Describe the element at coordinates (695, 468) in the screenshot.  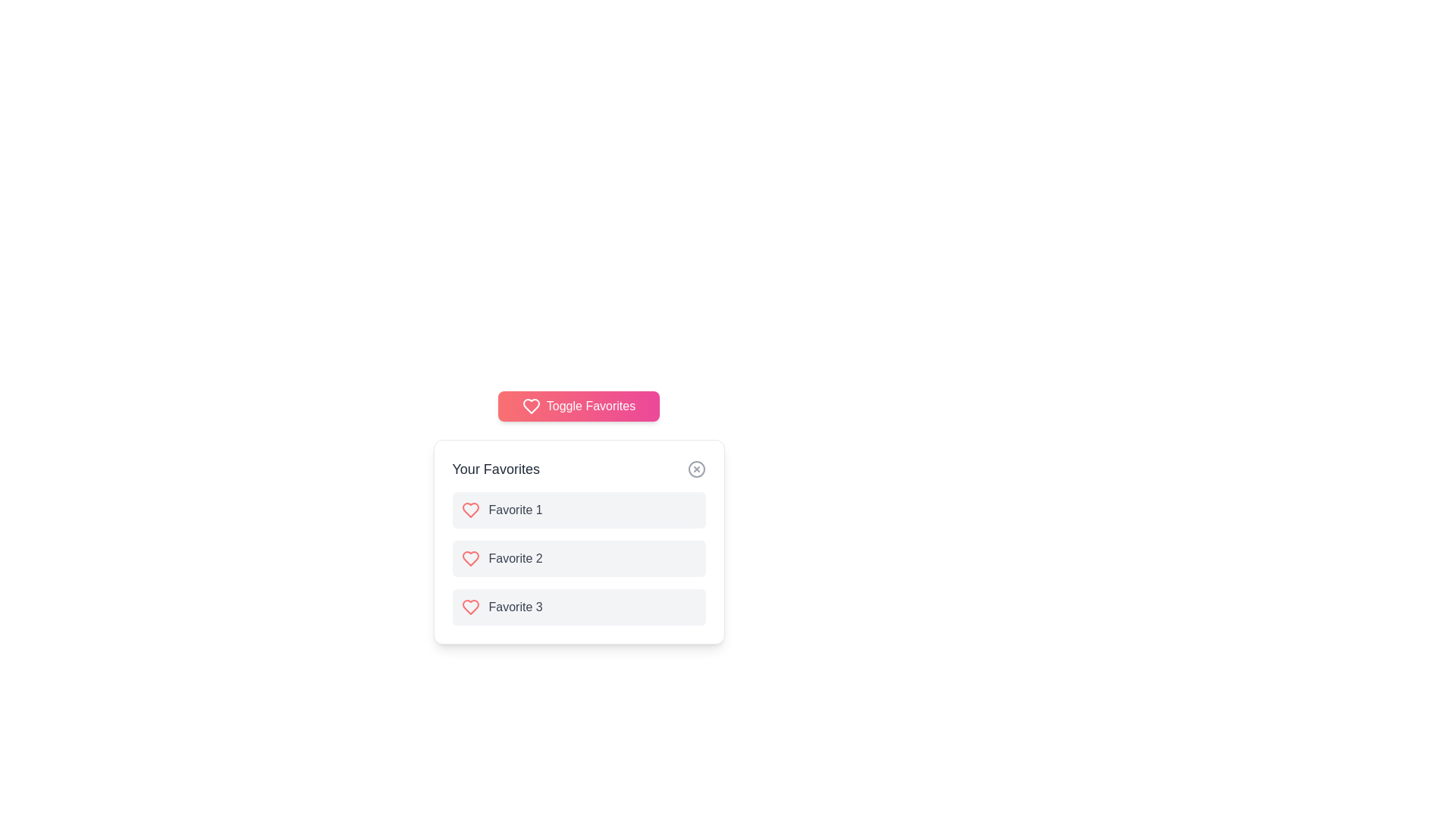
I see `the decorative circular element of the close-button icon located in the top-right corner of the favorites list to trigger the close action` at that location.